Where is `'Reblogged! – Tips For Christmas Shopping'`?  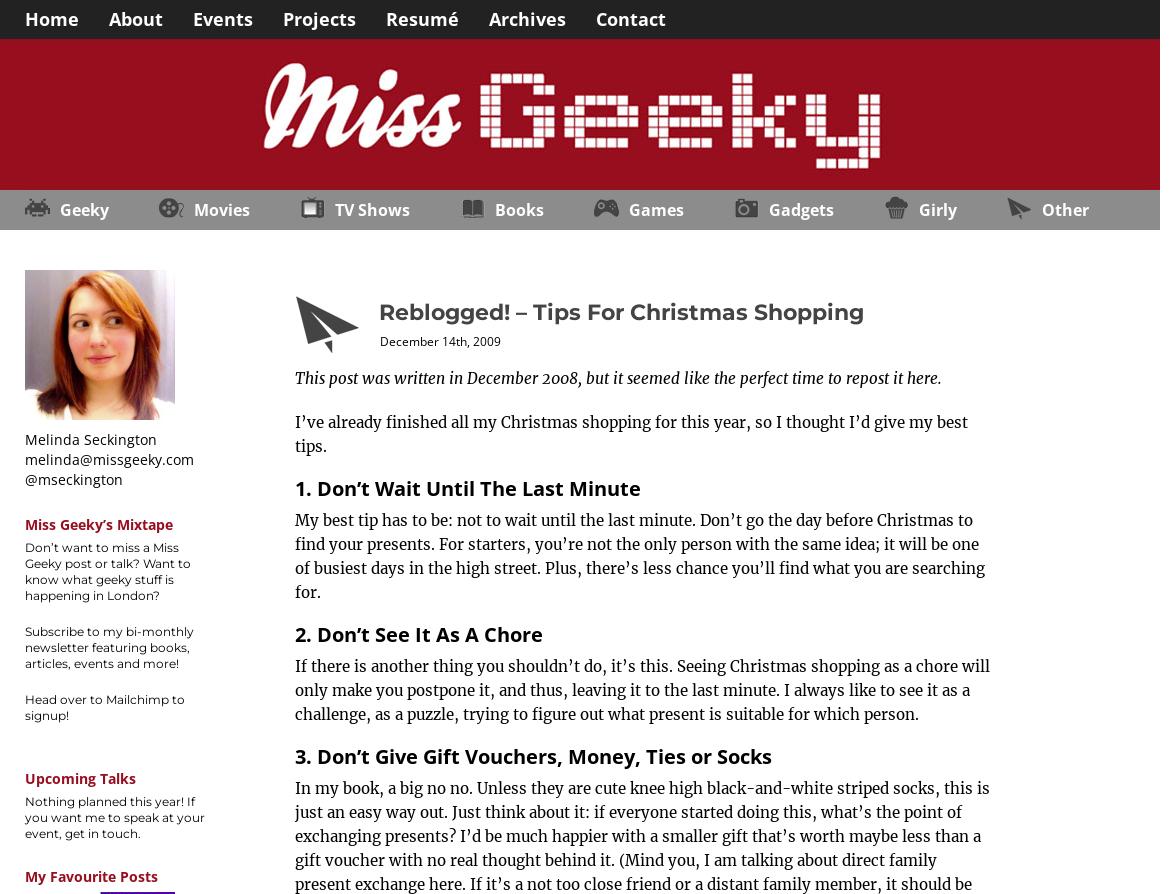
'Reblogged! – Tips For Christmas Shopping' is located at coordinates (621, 311).